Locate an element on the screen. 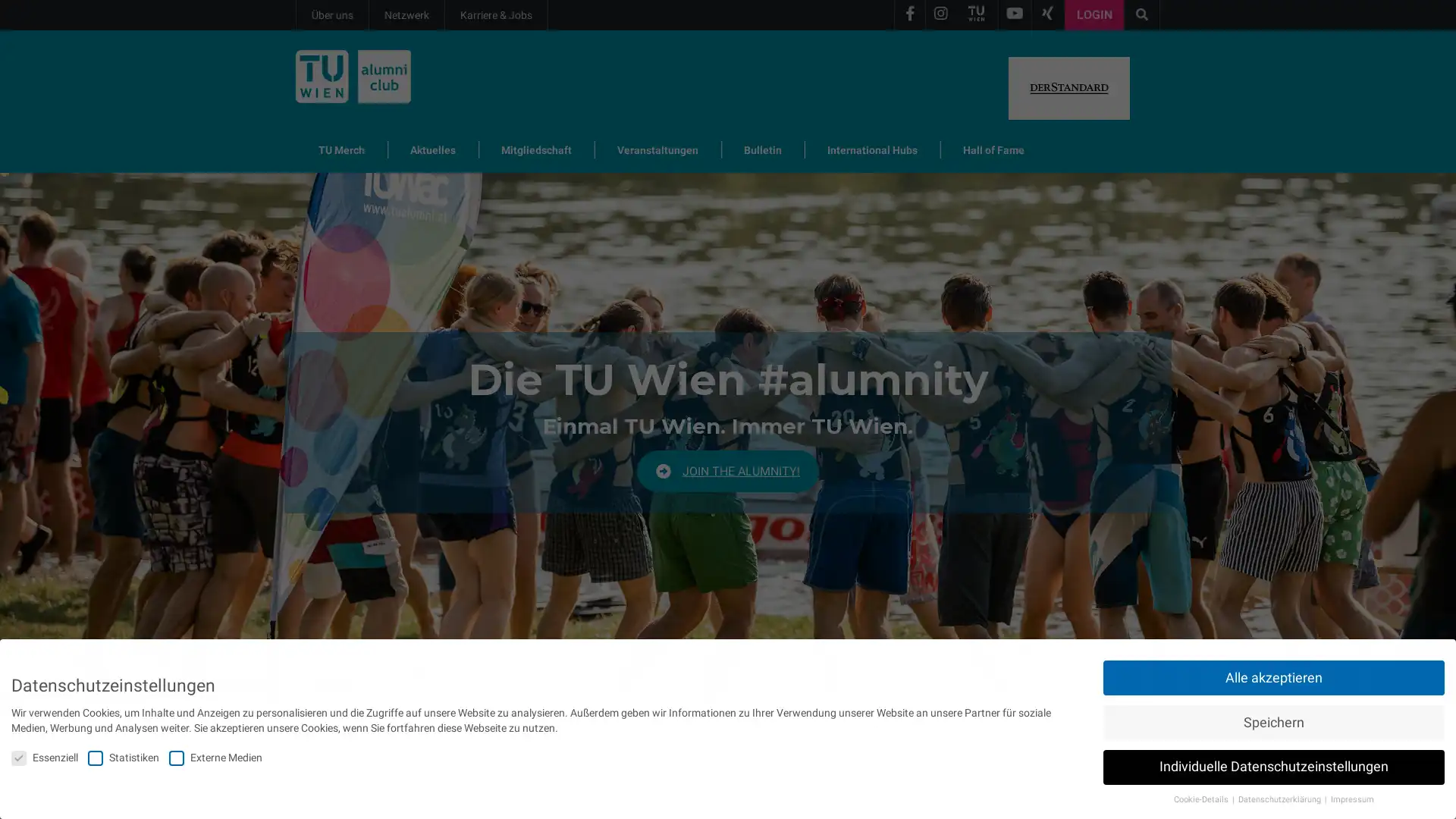 This screenshot has height=819, width=1456. Speichern is located at coordinates (1274, 721).